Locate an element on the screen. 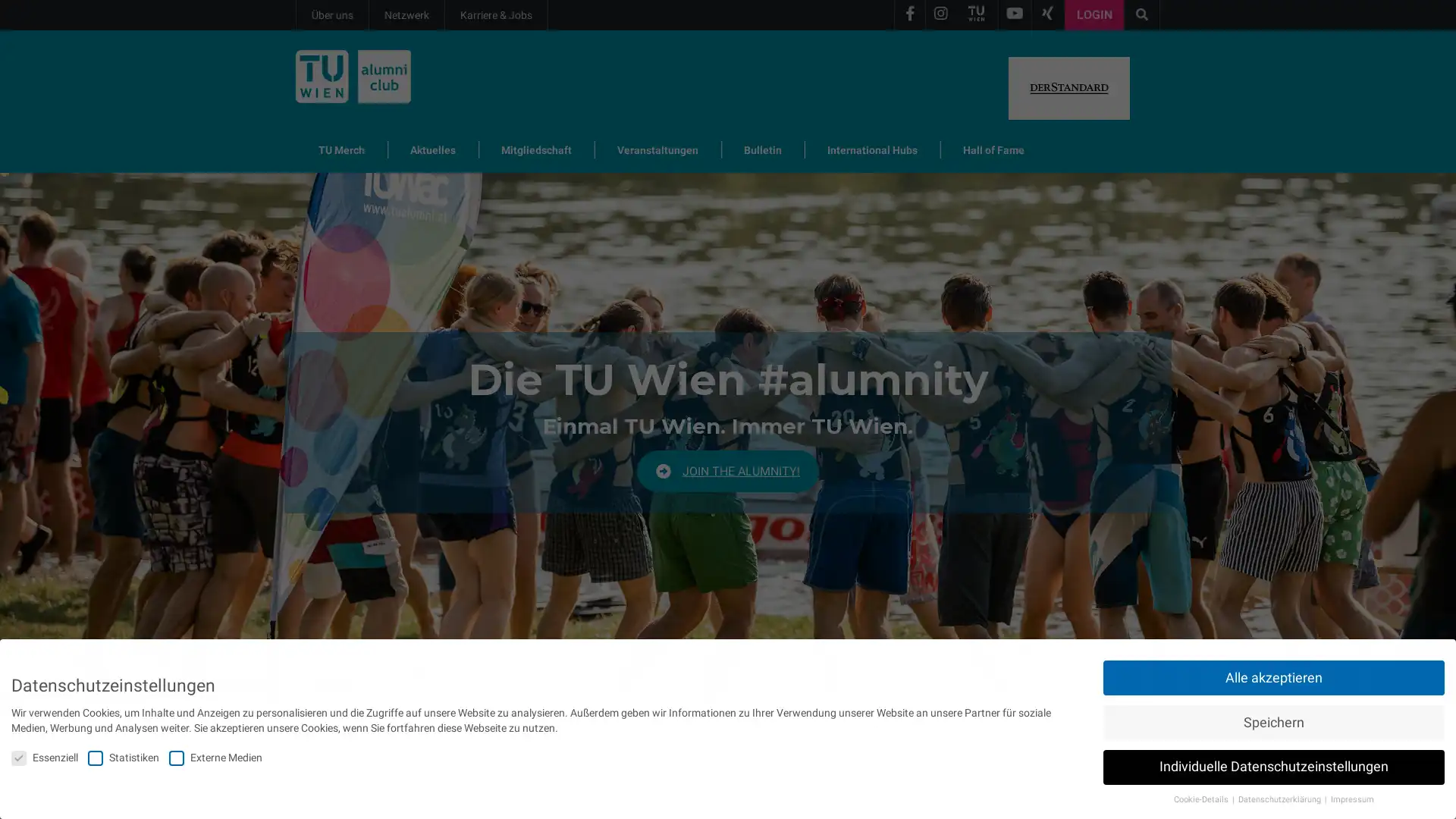 This screenshot has height=819, width=1456. Speichern is located at coordinates (1274, 721).